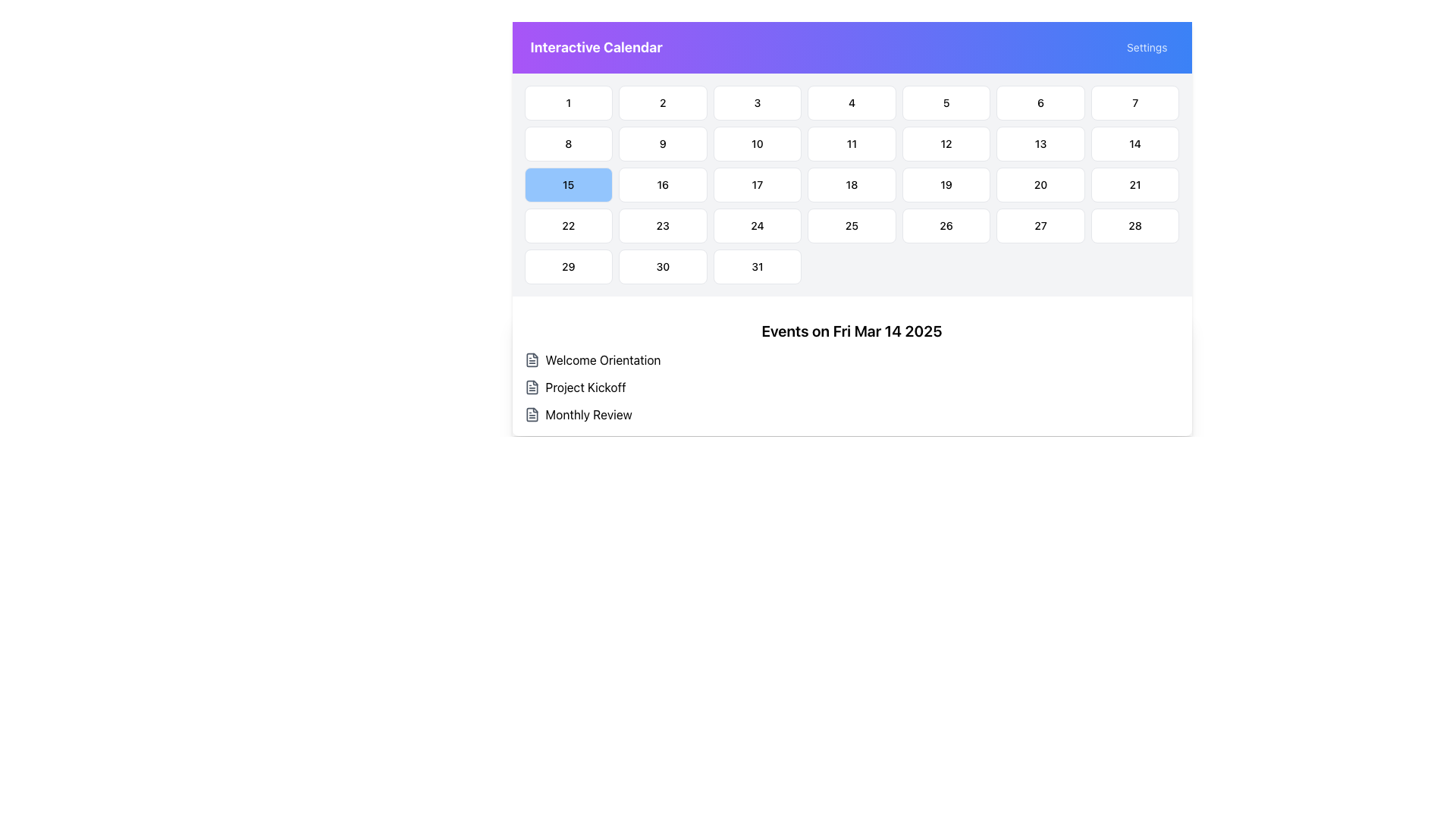  I want to click on the seventh button in the last row of the Interactive Calendar, so click(757, 265).